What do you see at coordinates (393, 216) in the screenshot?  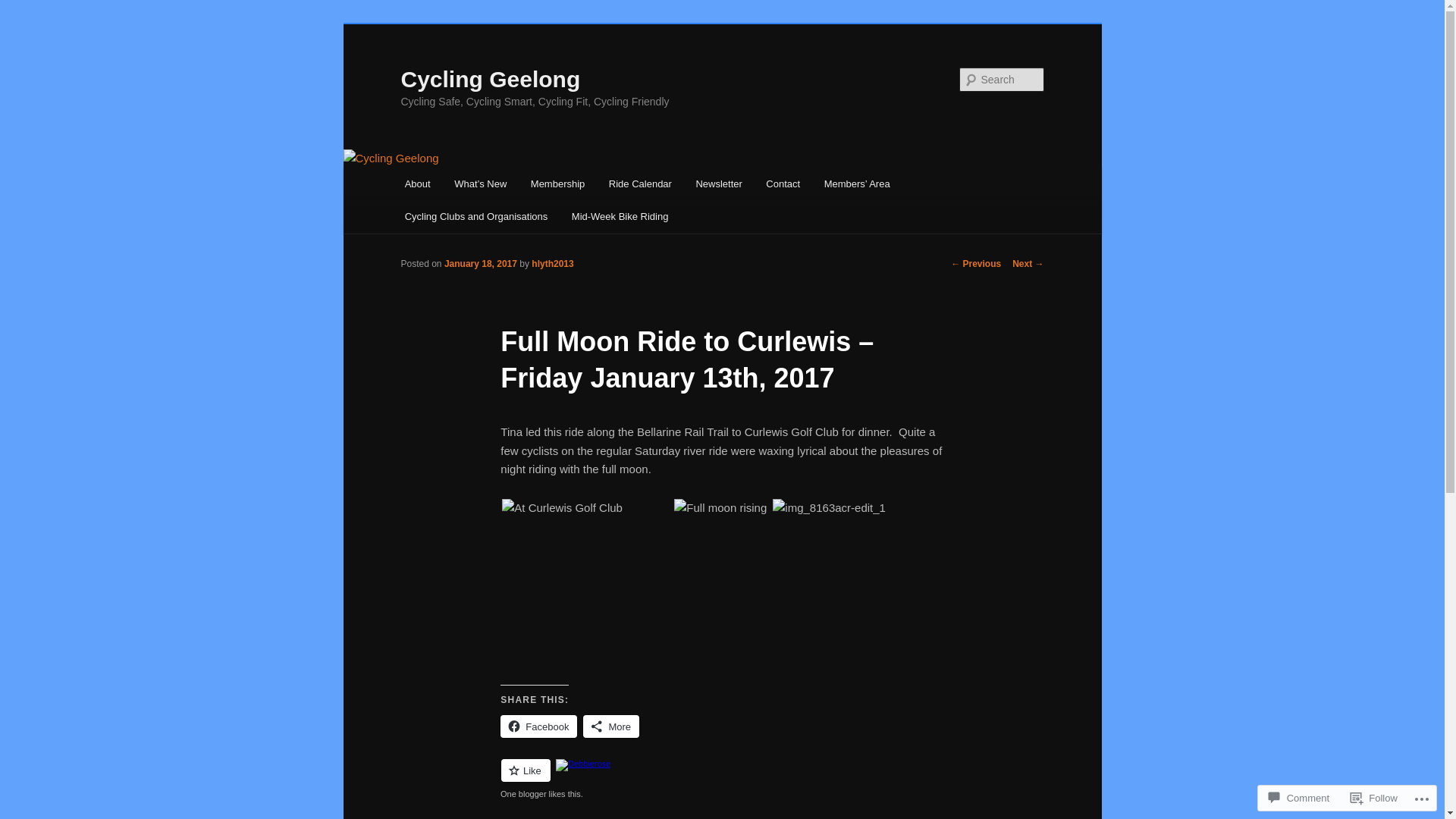 I see `'Cycling Clubs and Organisations'` at bounding box center [393, 216].